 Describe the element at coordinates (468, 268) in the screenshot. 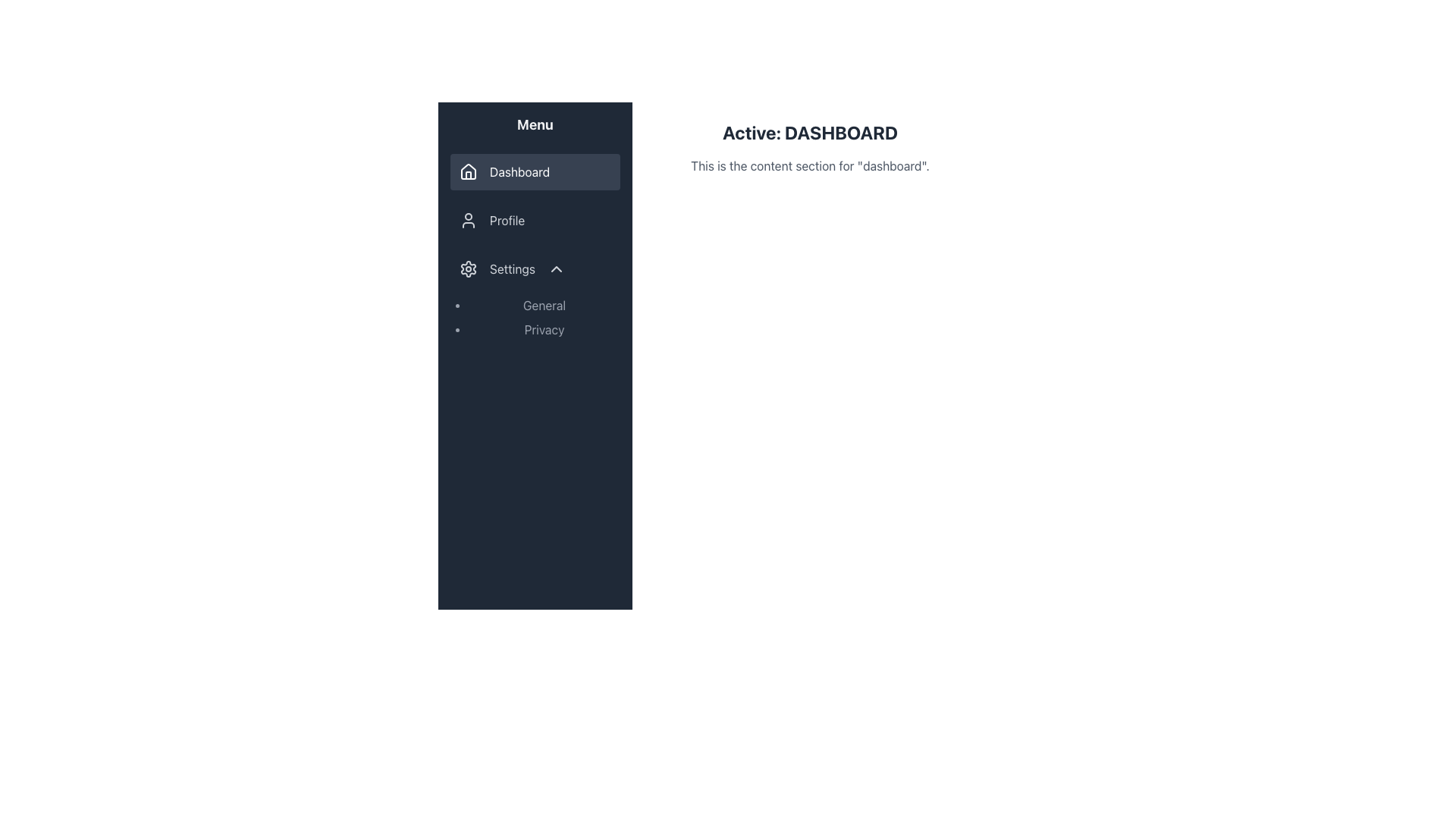

I see `the gear icon representing the 'Settings' section in the navigation menu` at that location.